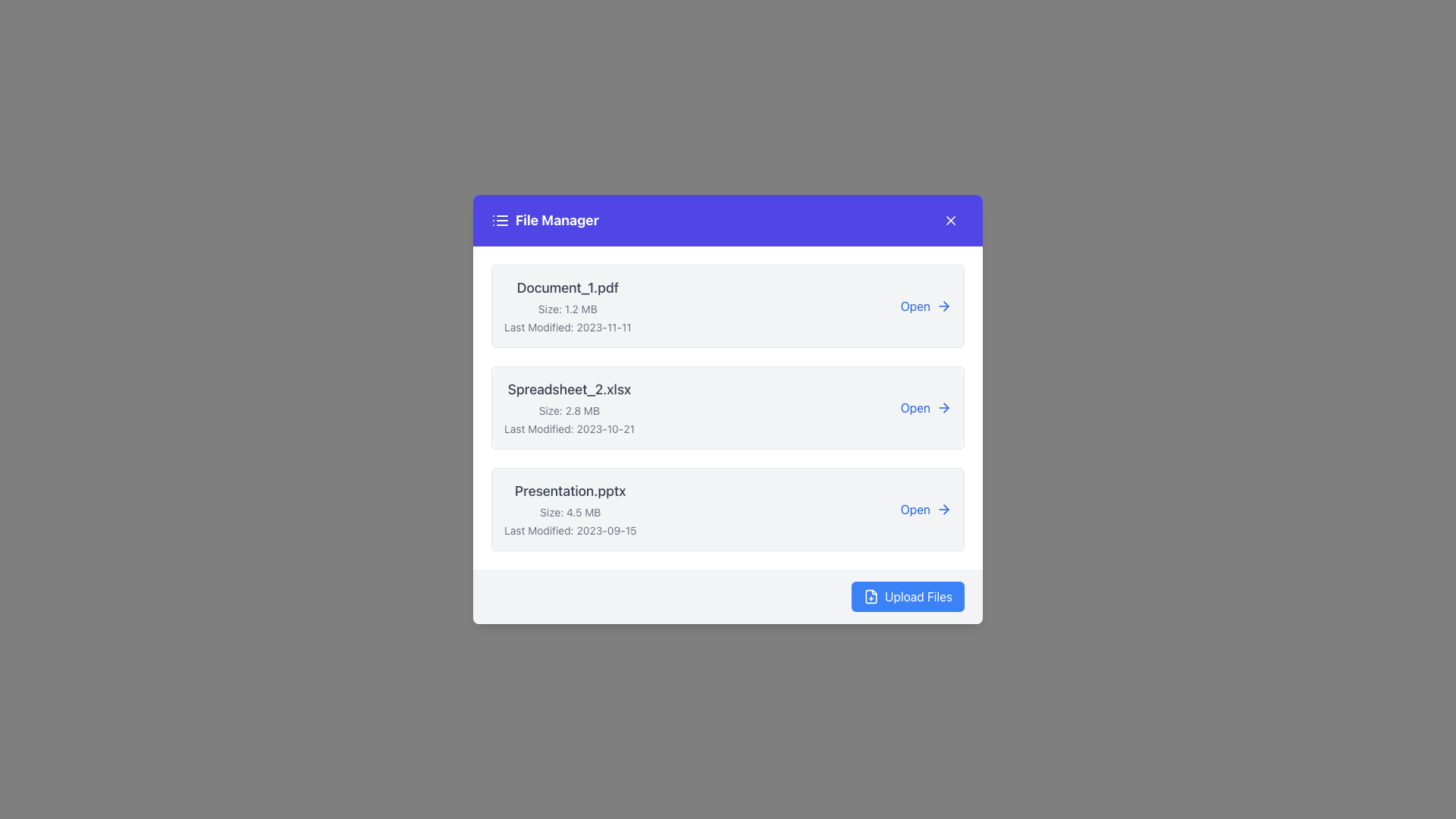 The width and height of the screenshot is (1456, 819). What do you see at coordinates (871, 595) in the screenshot?
I see `the vector icon resembling a document with a plus symbol, located to the left of the 'Upload Files' text within a button component at the bottom right of the interface` at bounding box center [871, 595].